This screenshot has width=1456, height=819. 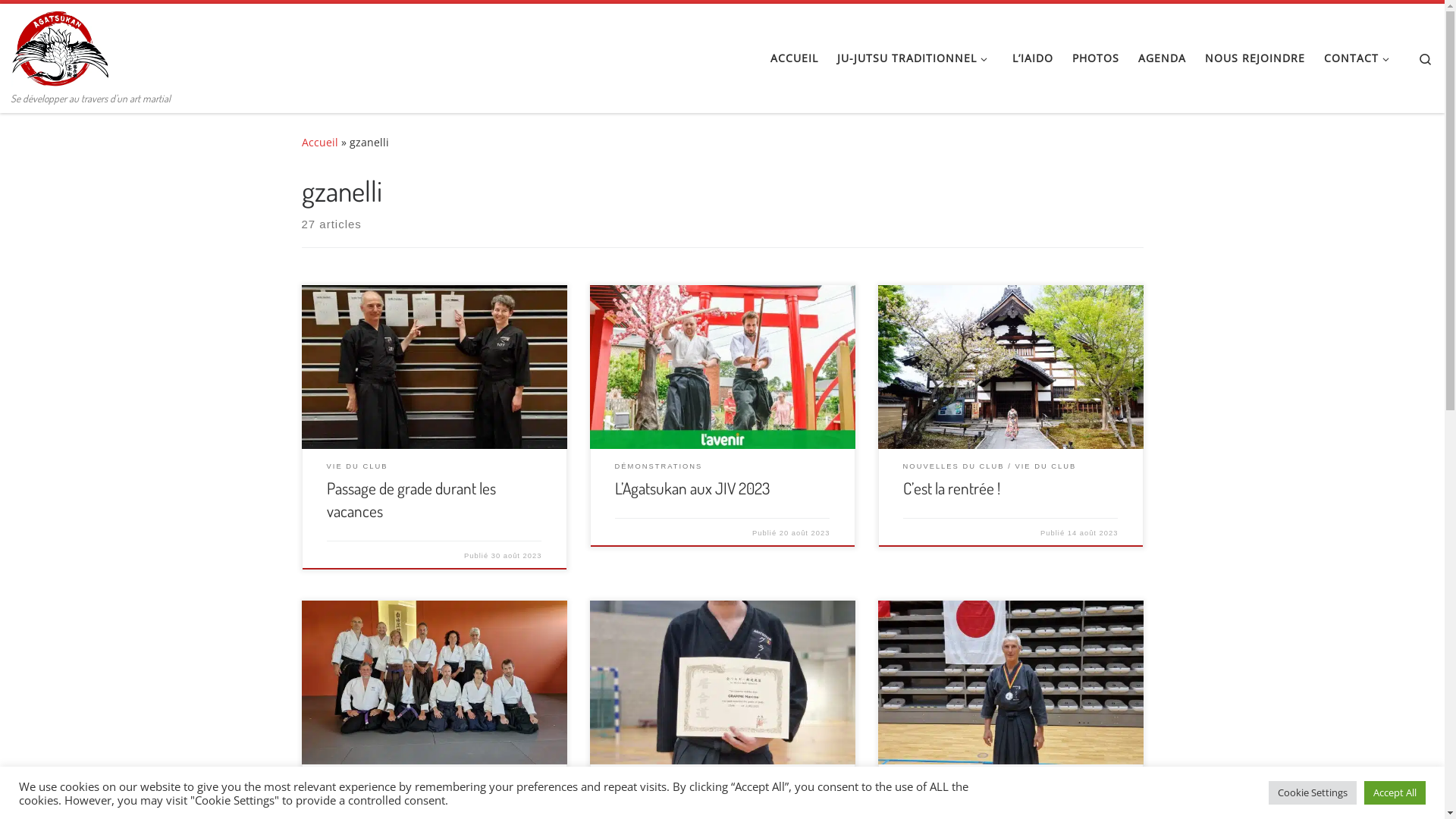 What do you see at coordinates (374, 782) in the screenshot?
I see `'NOUVEAUX GRADES'` at bounding box center [374, 782].